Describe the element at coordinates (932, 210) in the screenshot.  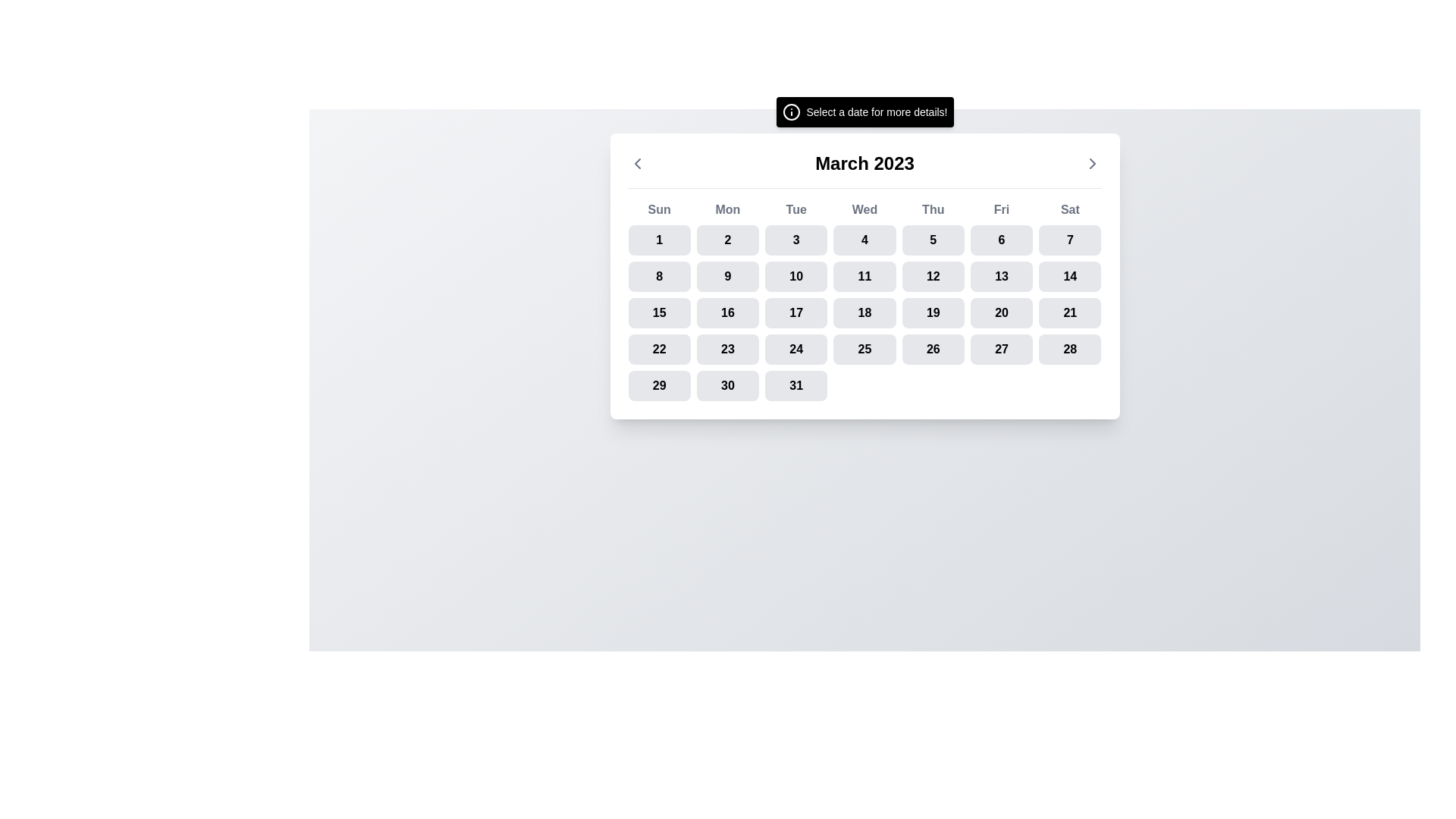
I see `the non-interactive text label indicating Thursday in the calendar header, positioned between Wednesday and Friday` at that location.